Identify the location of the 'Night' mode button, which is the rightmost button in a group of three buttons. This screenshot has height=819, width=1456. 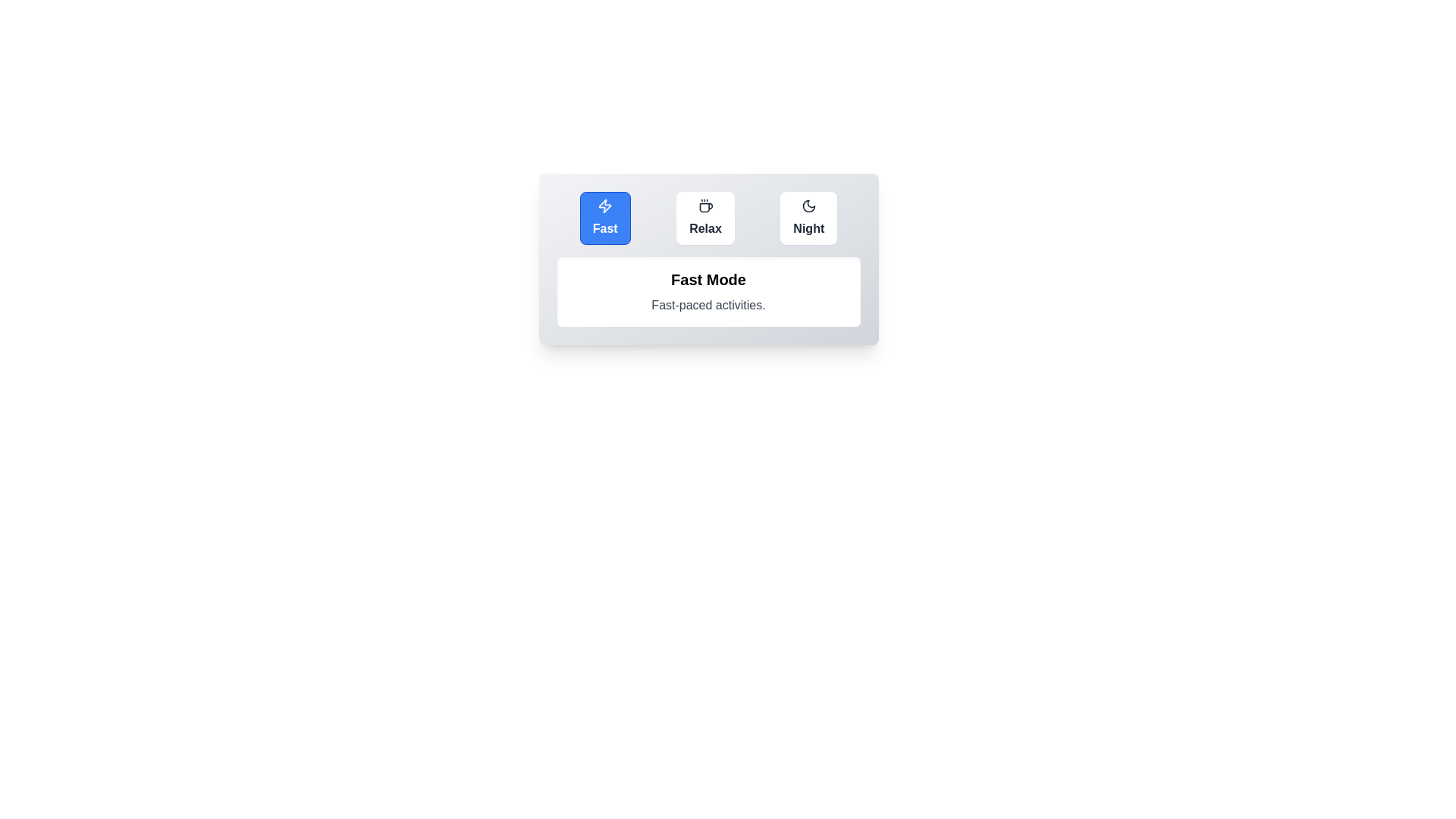
(808, 218).